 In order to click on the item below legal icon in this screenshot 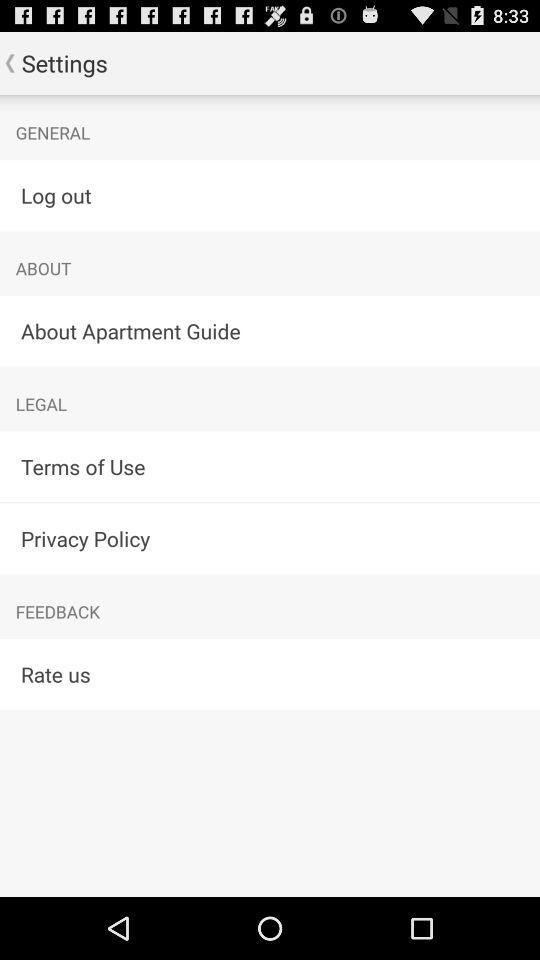, I will do `click(270, 466)`.